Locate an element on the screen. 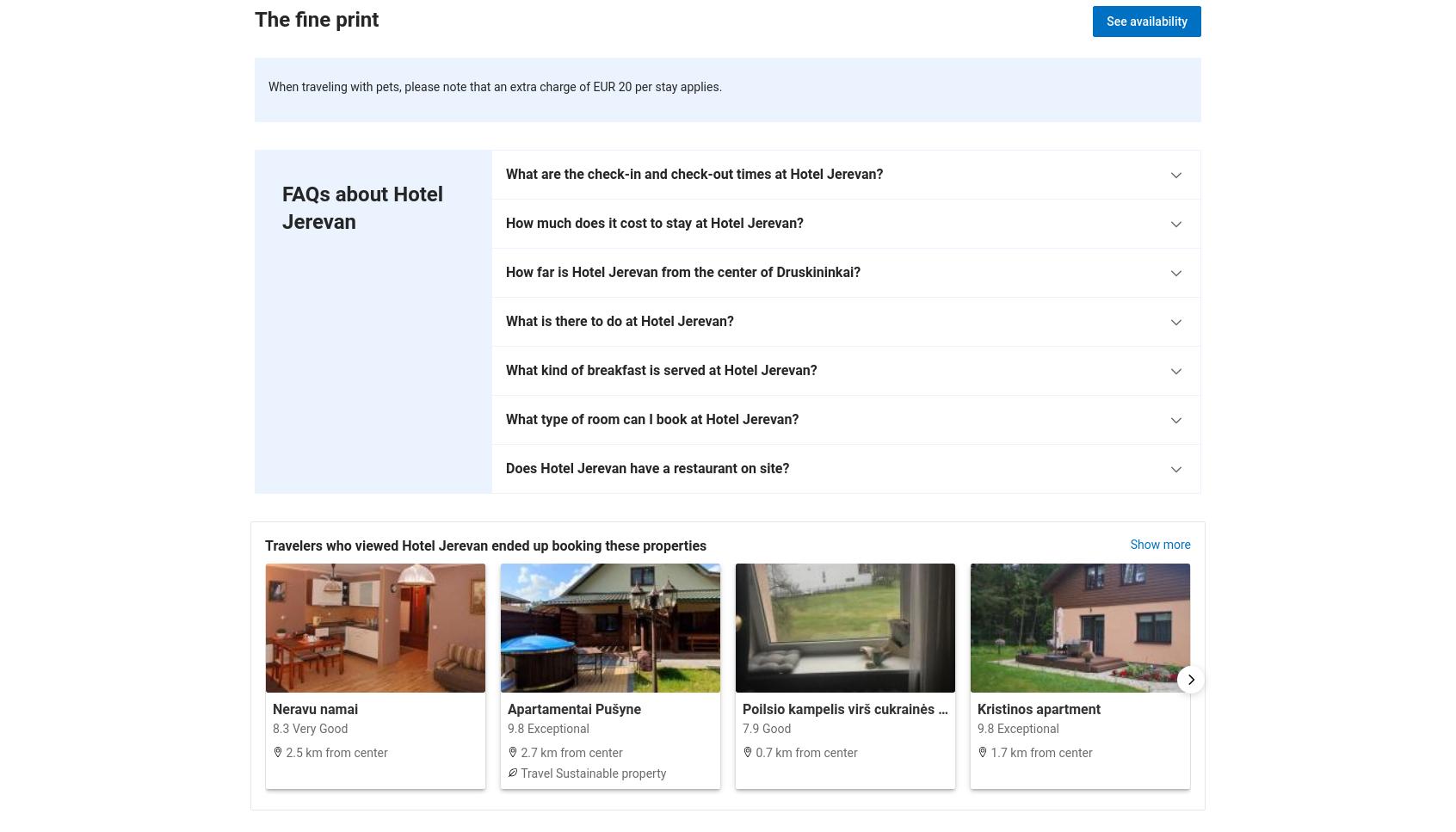 The image size is (1456, 832). 'What are the check-in and check-out times at Hotel Jerevan?' is located at coordinates (694, 172).